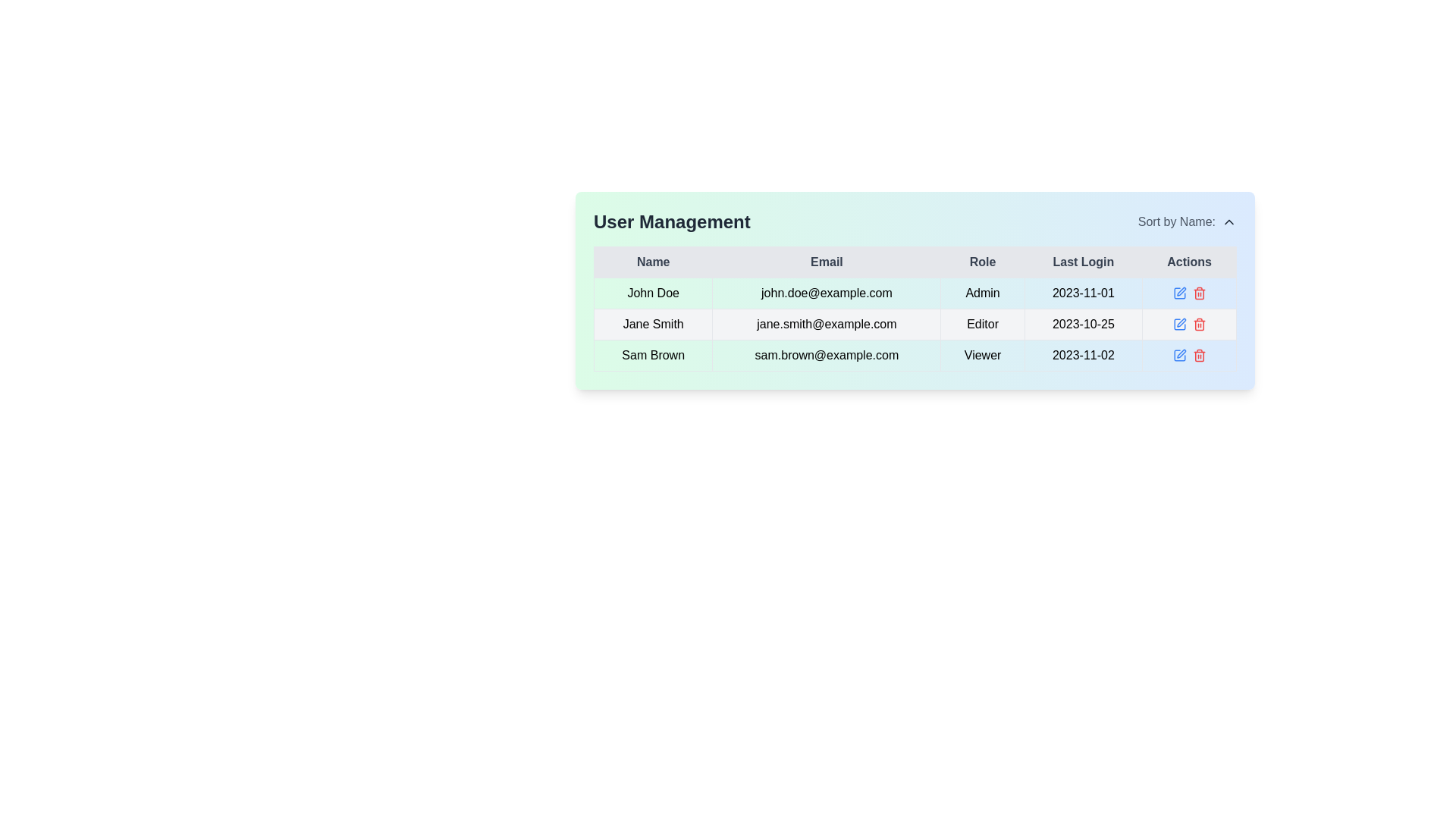 This screenshot has height=819, width=1456. I want to click on the second row in the User Management table, which contains user details and actions to edit or delete, so click(914, 324).